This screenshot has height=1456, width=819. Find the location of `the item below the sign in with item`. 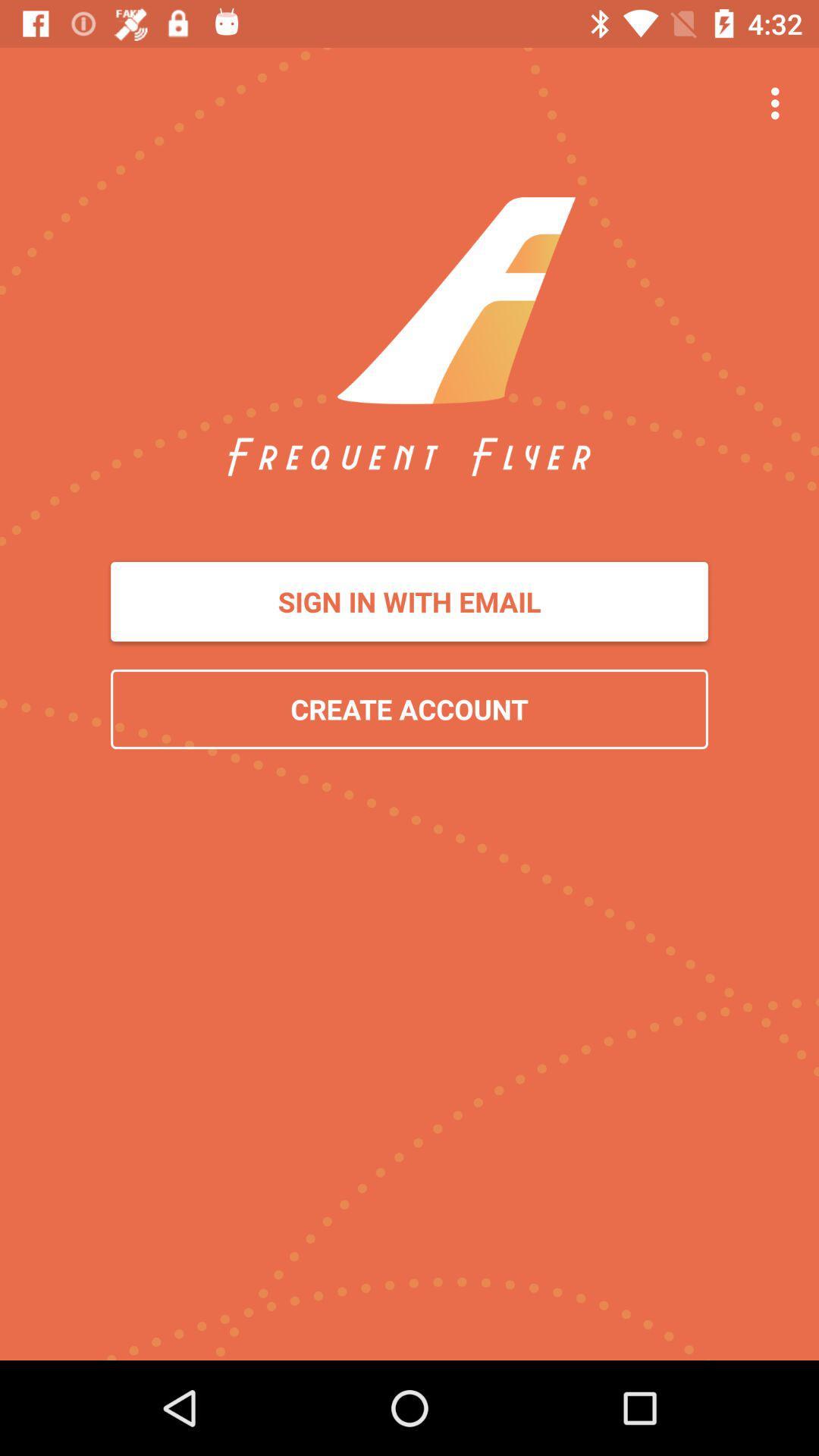

the item below the sign in with item is located at coordinates (409, 708).